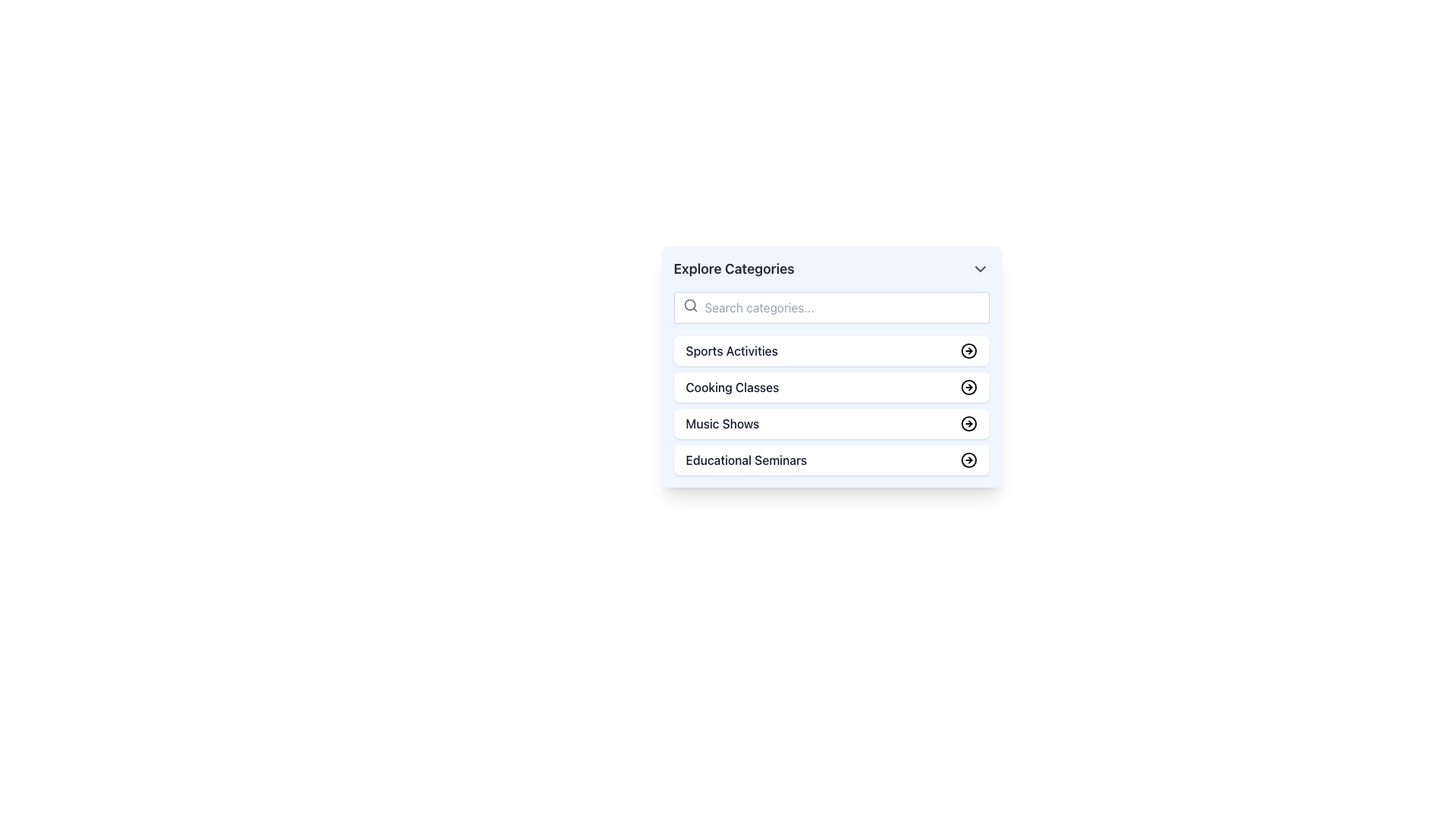  I want to click on the navigational icon button for 'Educational Seminars' to enable accessibility navigation, so click(968, 459).